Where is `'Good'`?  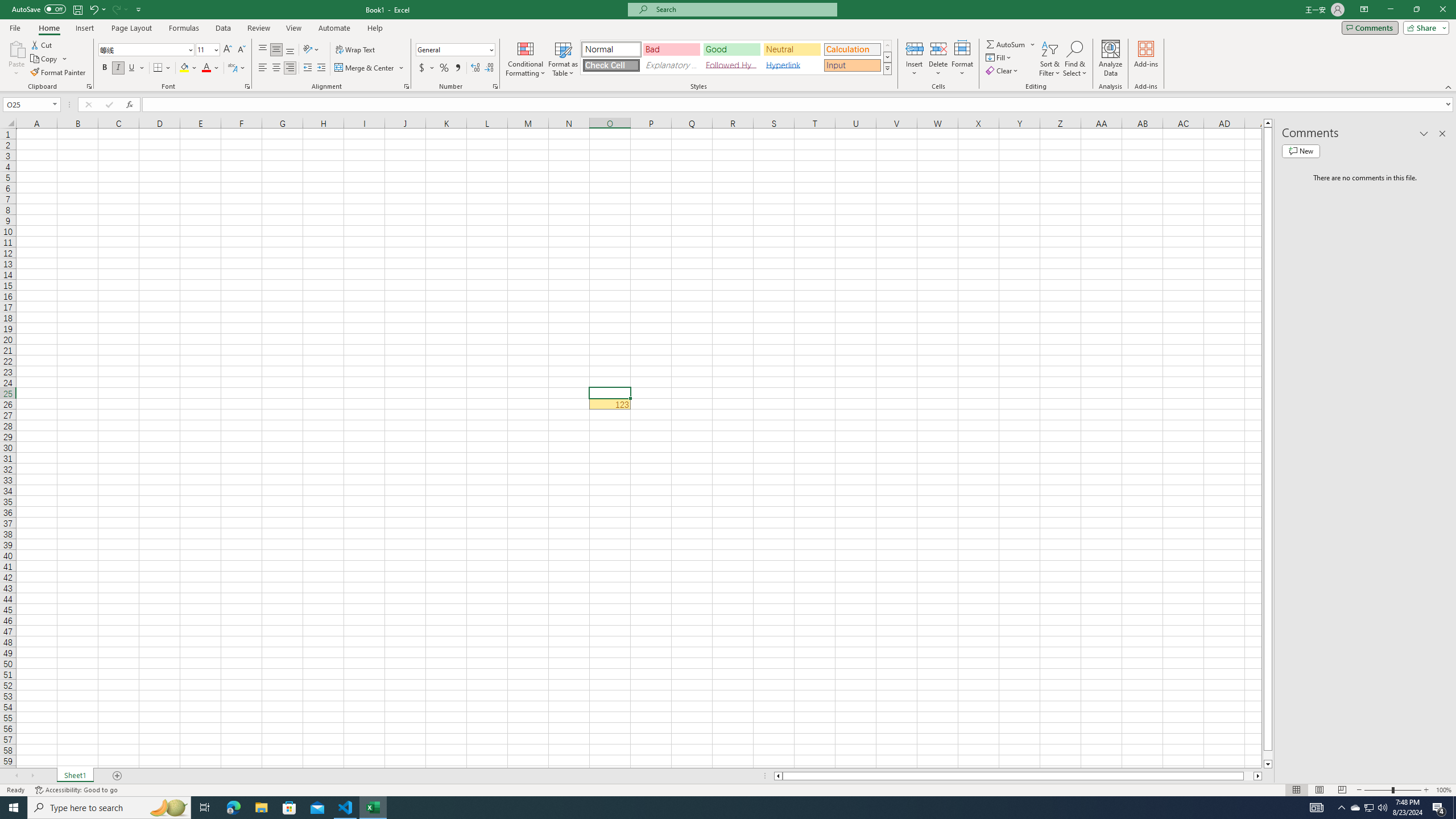
'Good' is located at coordinates (731, 49).